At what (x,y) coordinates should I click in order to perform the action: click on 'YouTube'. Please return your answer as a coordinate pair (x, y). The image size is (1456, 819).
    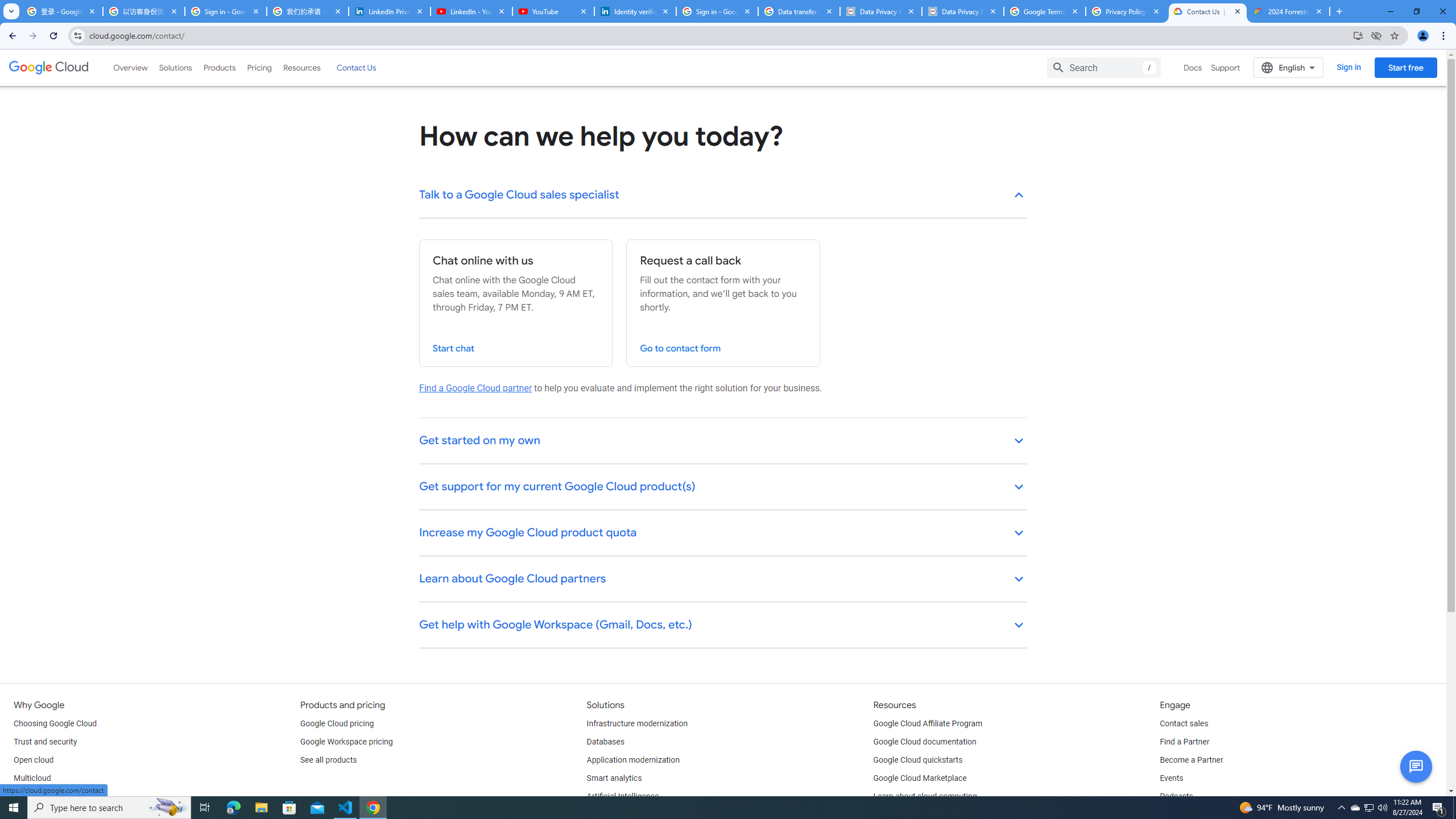
    Looking at the image, I should click on (552, 11).